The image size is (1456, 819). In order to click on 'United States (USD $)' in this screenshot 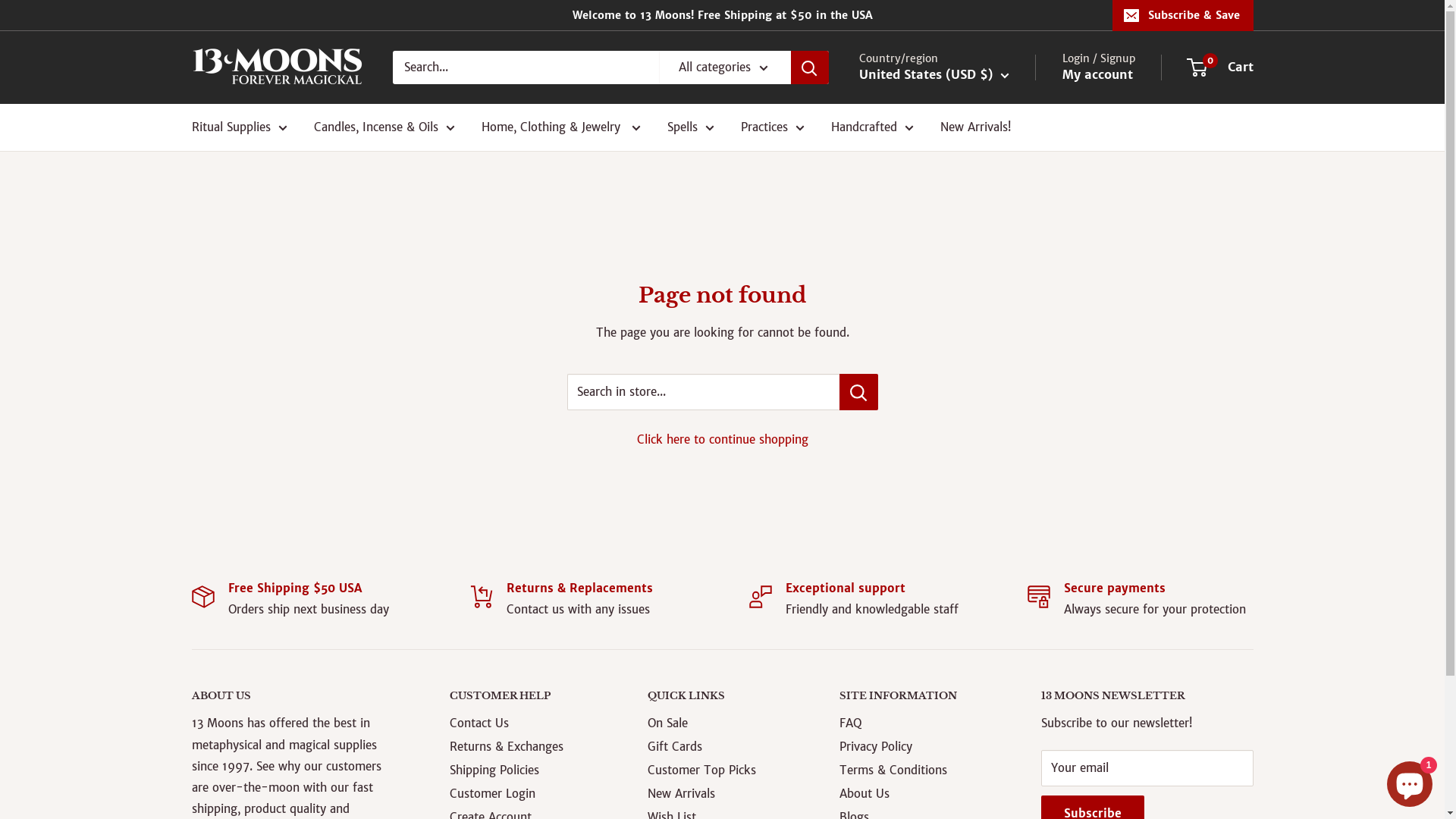, I will do `click(858, 75)`.